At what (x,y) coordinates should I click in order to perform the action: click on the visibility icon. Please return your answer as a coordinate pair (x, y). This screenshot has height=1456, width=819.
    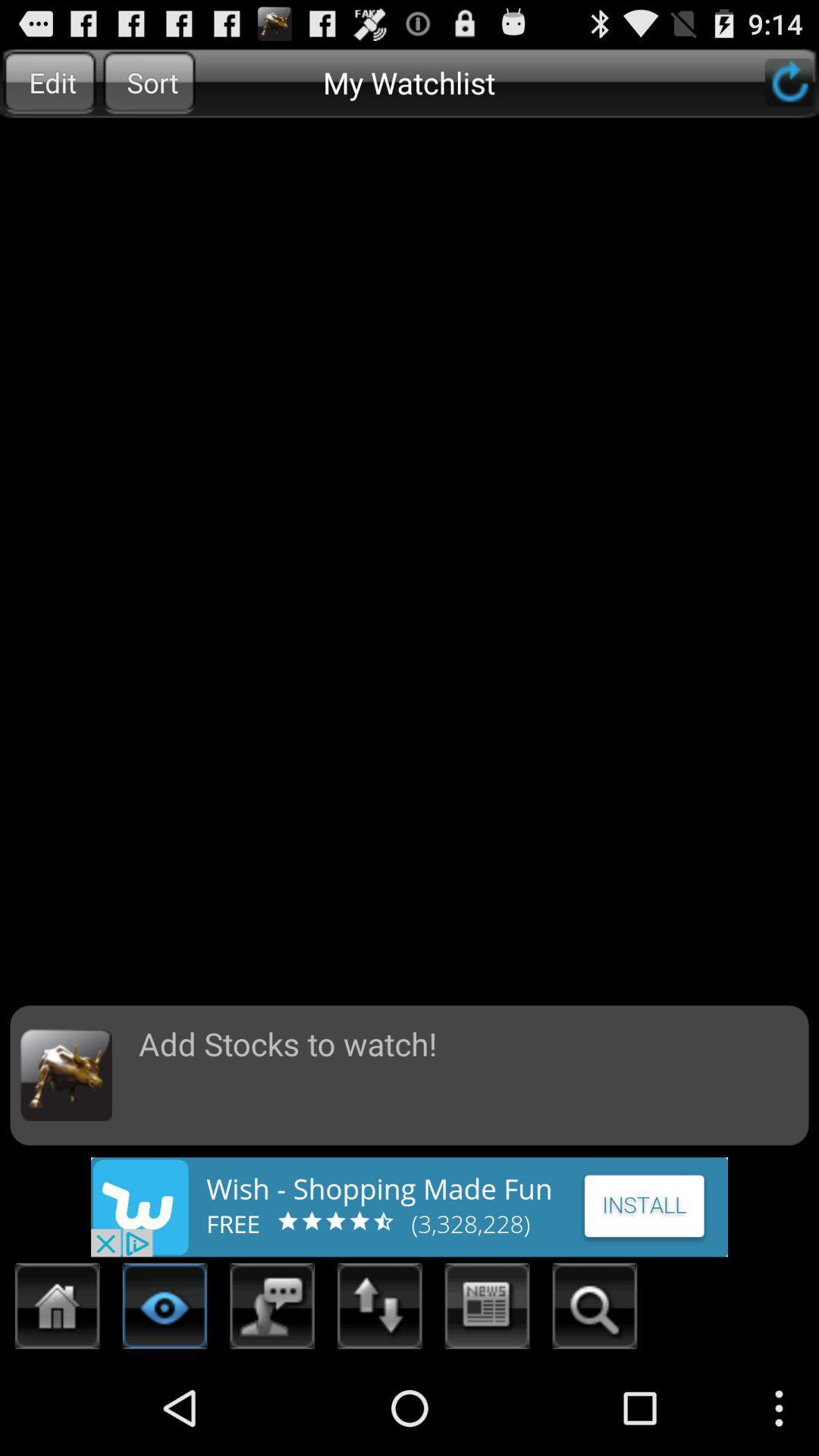
    Looking at the image, I should click on (165, 1401).